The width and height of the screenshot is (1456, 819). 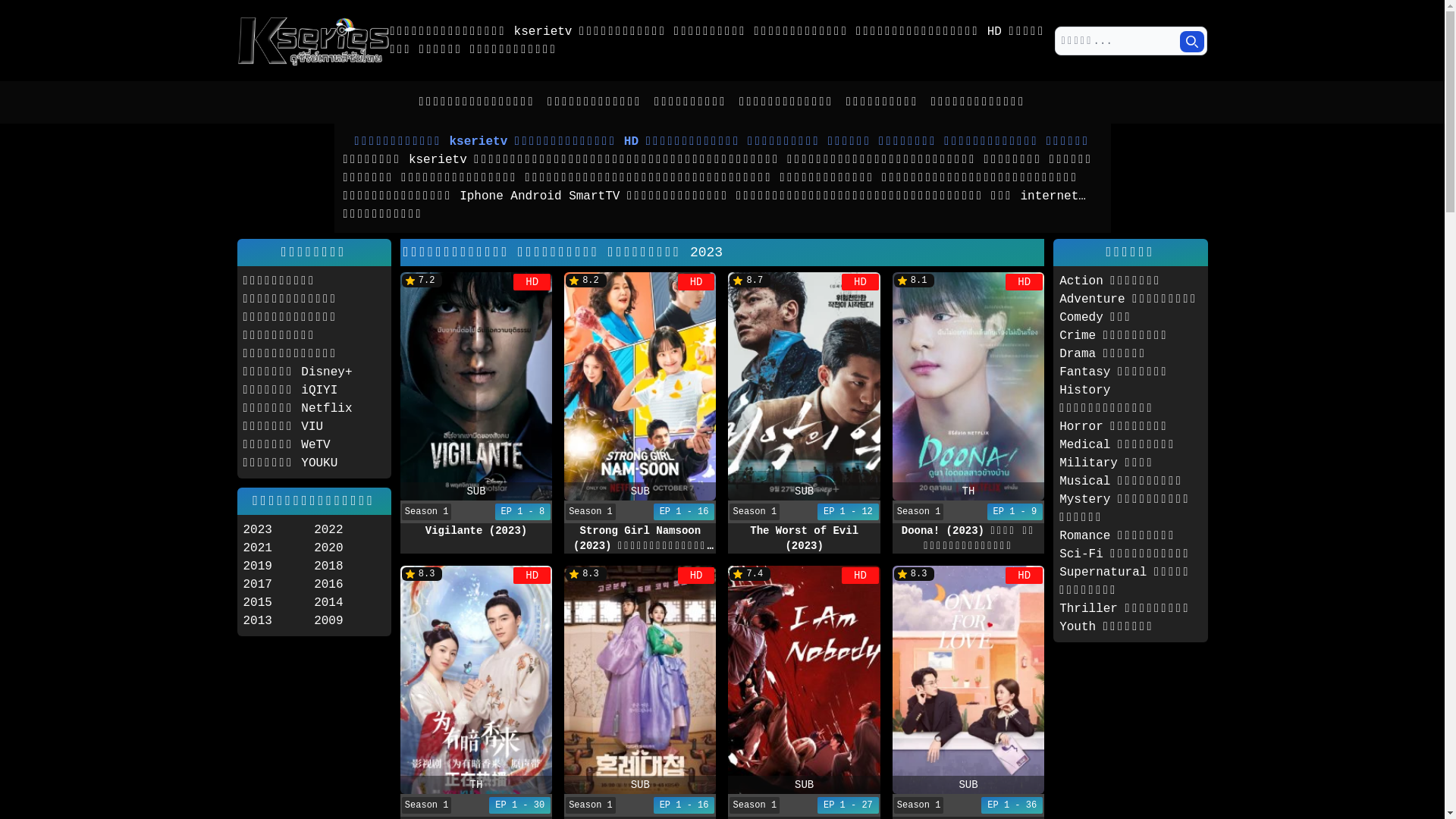 What do you see at coordinates (243, 584) in the screenshot?
I see `'2017'` at bounding box center [243, 584].